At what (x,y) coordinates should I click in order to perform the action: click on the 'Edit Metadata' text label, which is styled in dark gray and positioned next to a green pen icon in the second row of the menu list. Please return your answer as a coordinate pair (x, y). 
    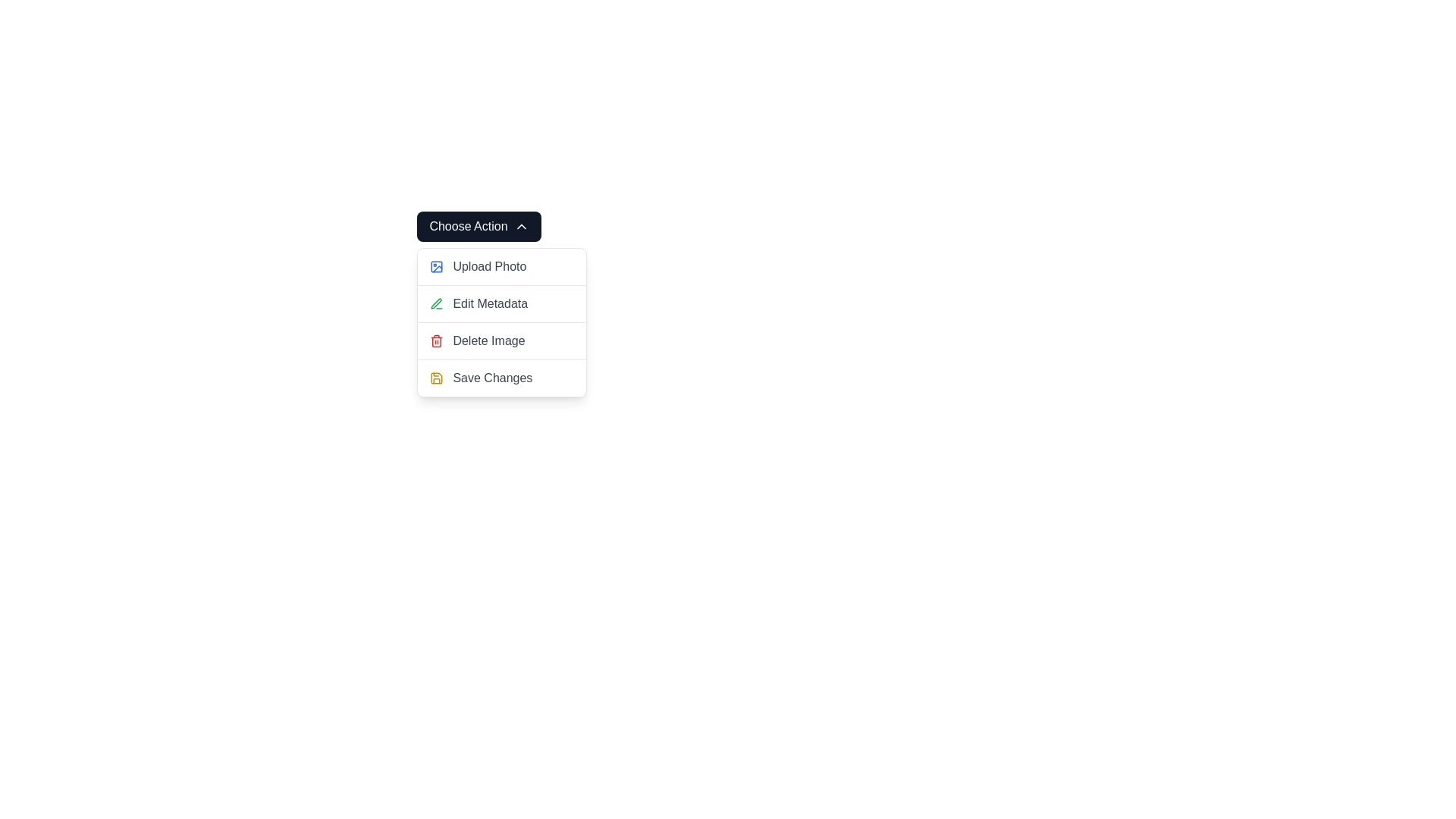
    Looking at the image, I should click on (490, 304).